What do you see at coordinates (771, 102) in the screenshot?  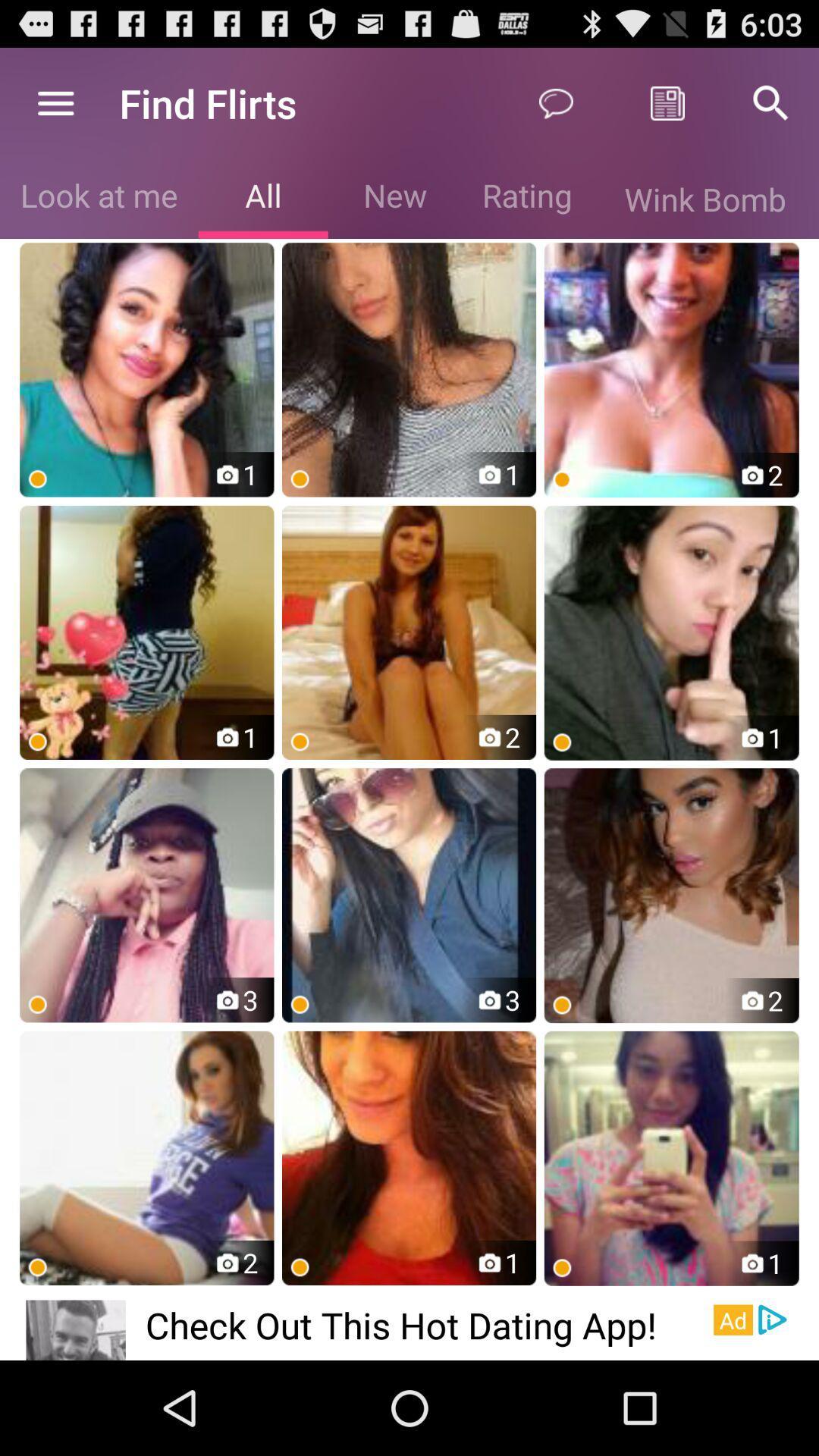 I see `icon above wink bomb icon` at bounding box center [771, 102].